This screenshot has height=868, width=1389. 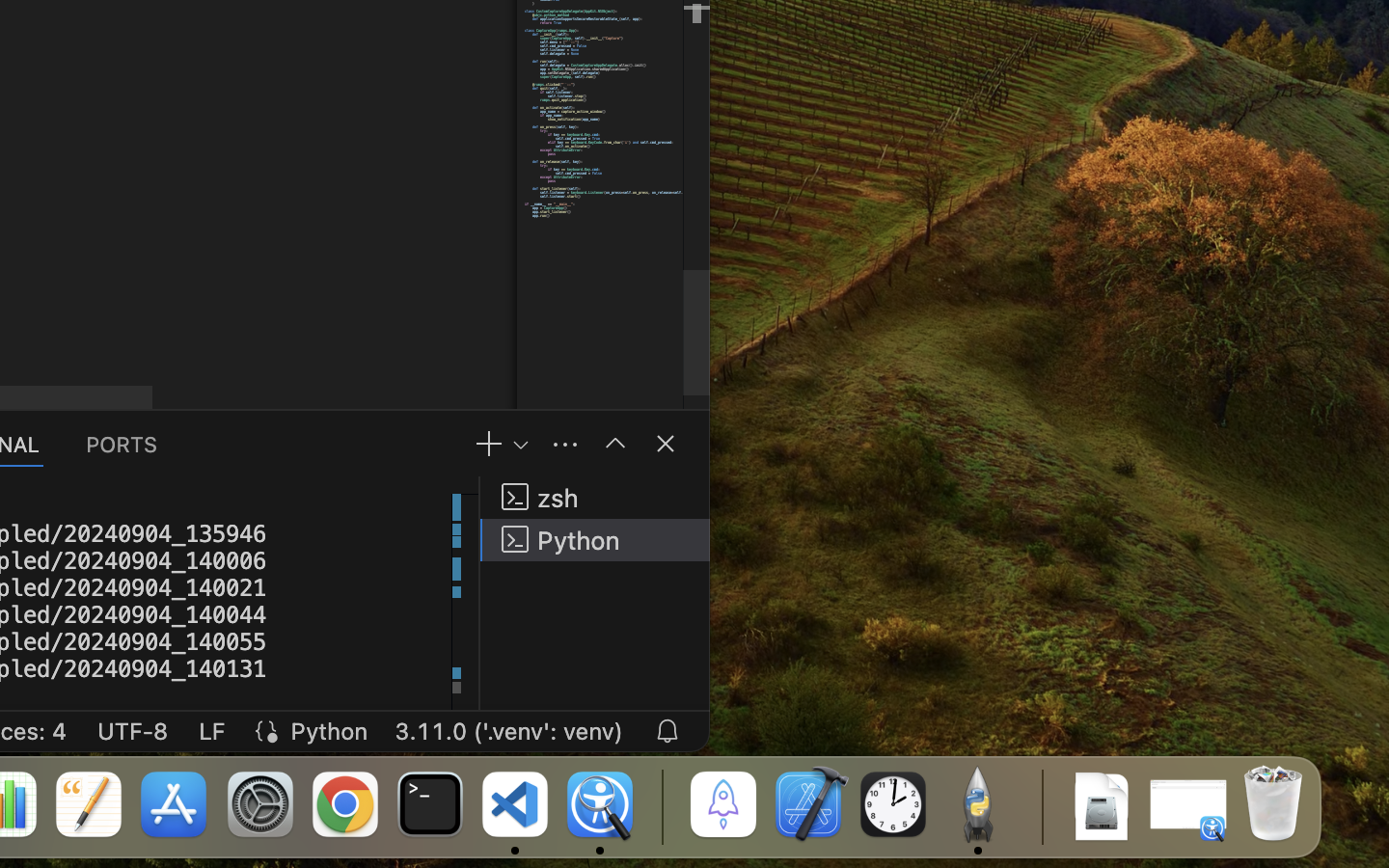 I want to click on 'Python ', so click(x=594, y=538).